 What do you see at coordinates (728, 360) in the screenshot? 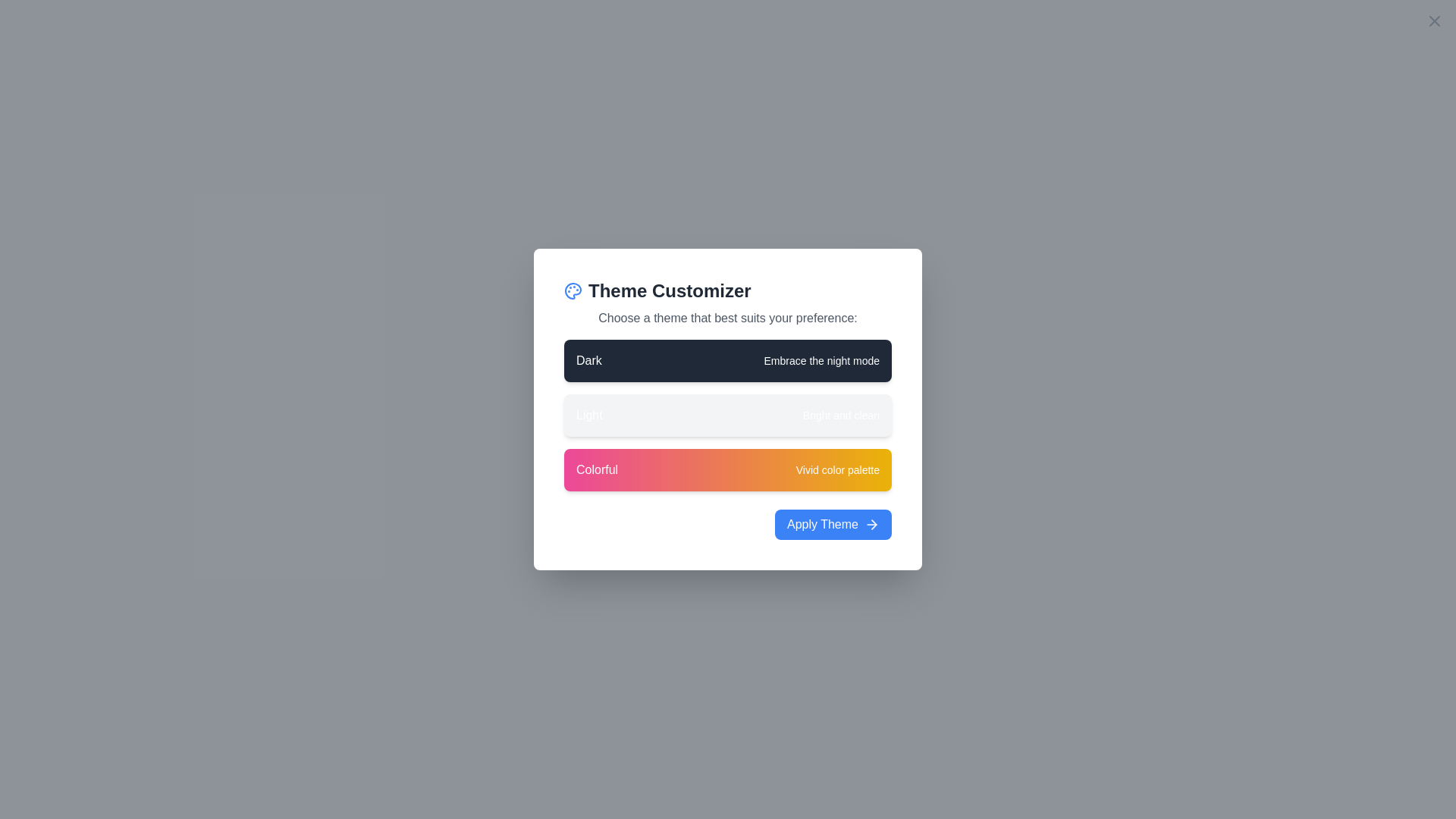
I see `the Theme selection button` at bounding box center [728, 360].